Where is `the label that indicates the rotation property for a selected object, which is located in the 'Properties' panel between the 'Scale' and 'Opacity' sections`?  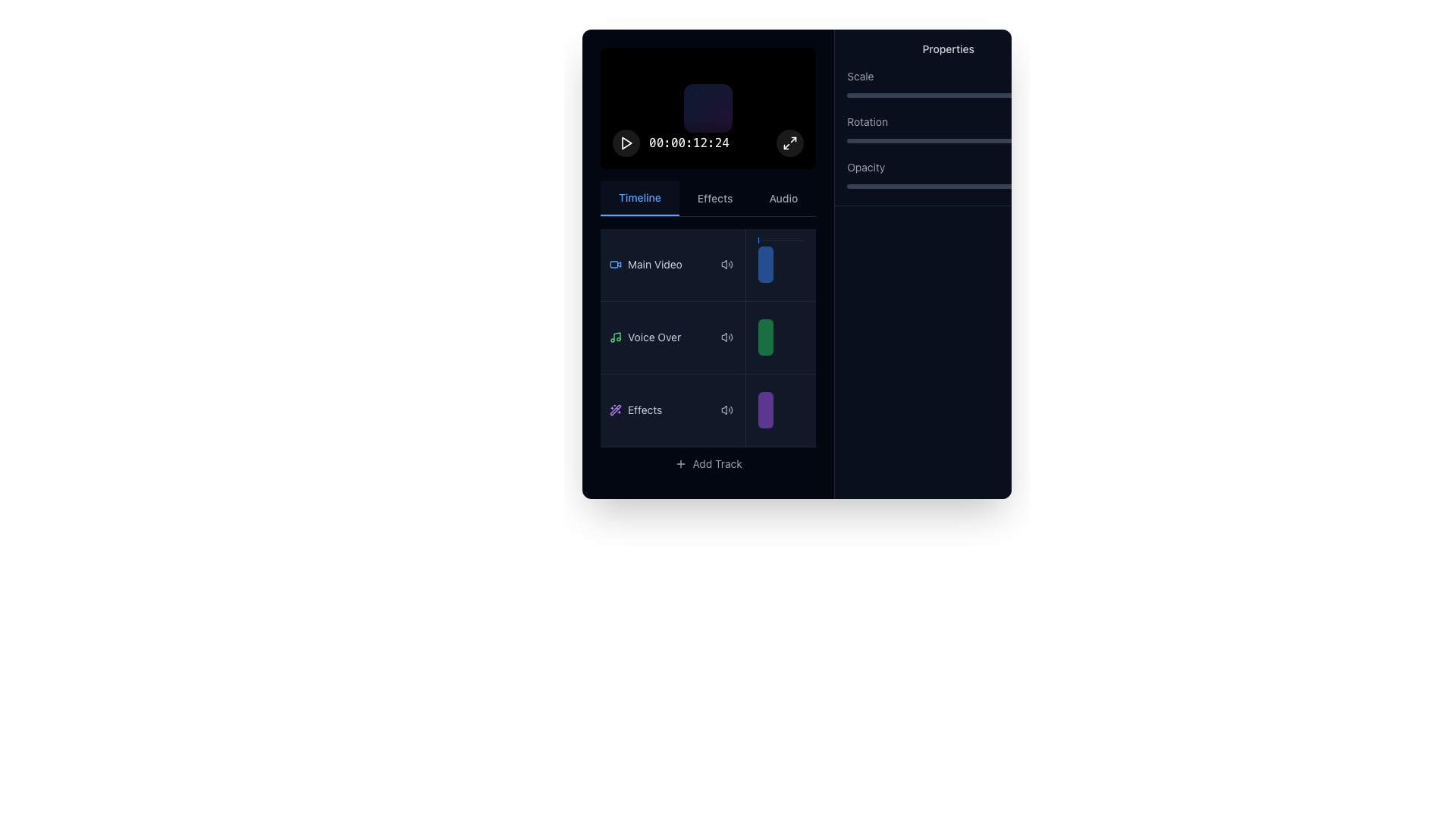
the label that indicates the rotation property for a selected object, which is located in the 'Properties' panel between the 'Scale' and 'Opacity' sections is located at coordinates (868, 121).